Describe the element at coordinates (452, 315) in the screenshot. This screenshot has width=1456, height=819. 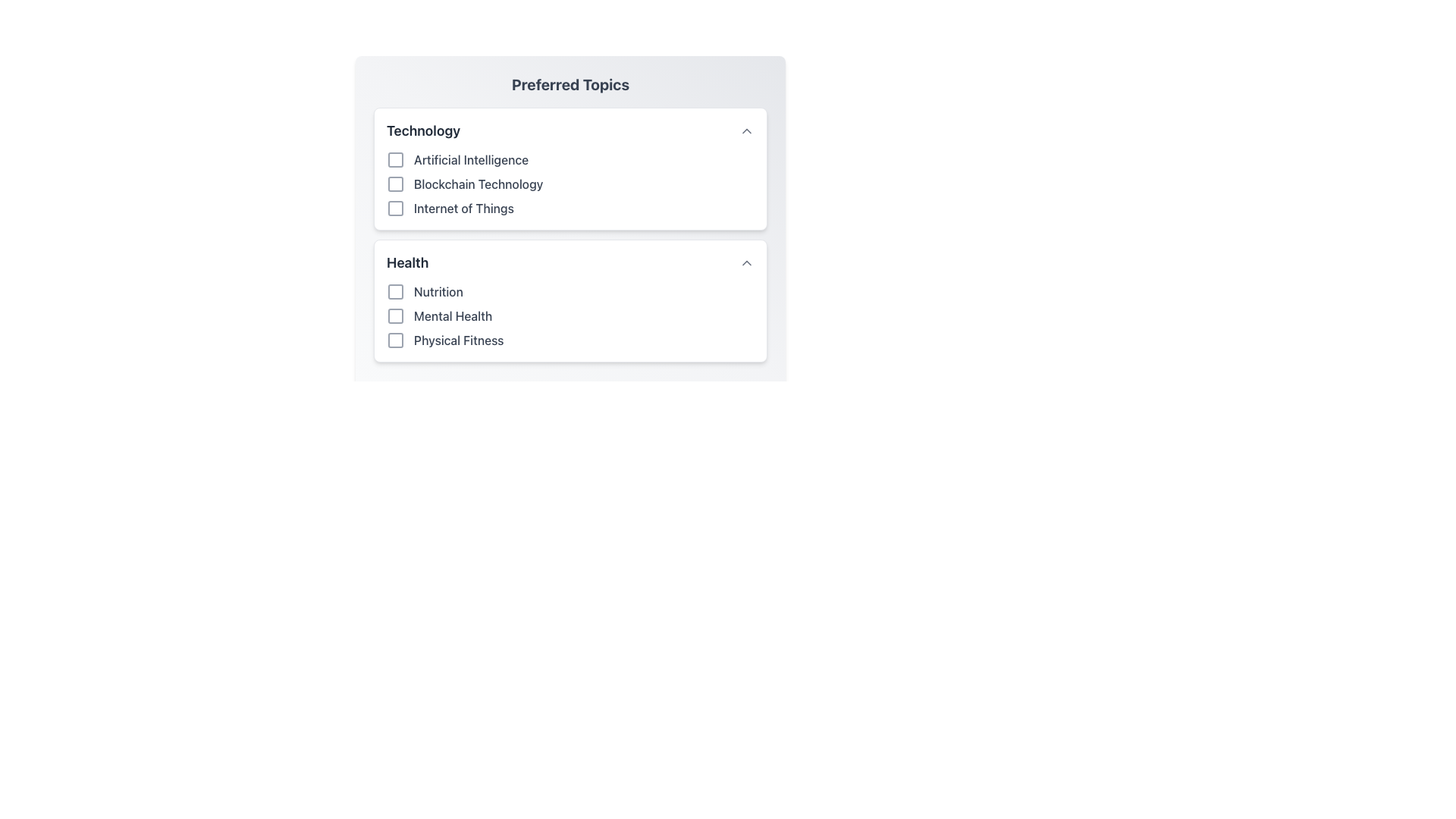
I see `the 'Mental Health' text label, which acts as a descriptor for the interactive checkbox in the 'Health' section under 'Preferred Topics.'` at that location.